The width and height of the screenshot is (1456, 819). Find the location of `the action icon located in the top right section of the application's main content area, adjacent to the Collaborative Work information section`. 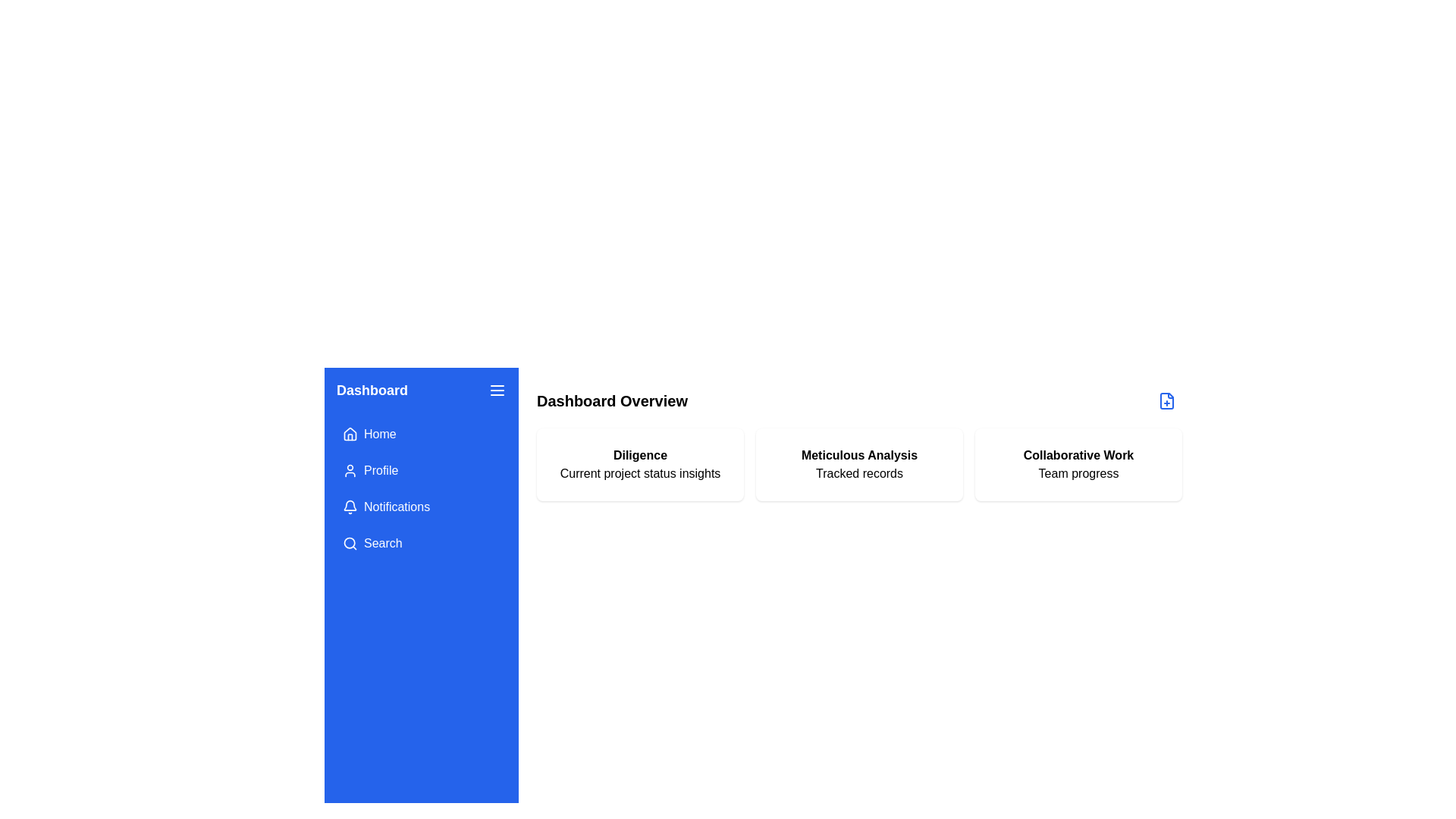

the action icon located in the top right section of the application's main content area, adjacent to the Collaborative Work information section is located at coordinates (1166, 400).